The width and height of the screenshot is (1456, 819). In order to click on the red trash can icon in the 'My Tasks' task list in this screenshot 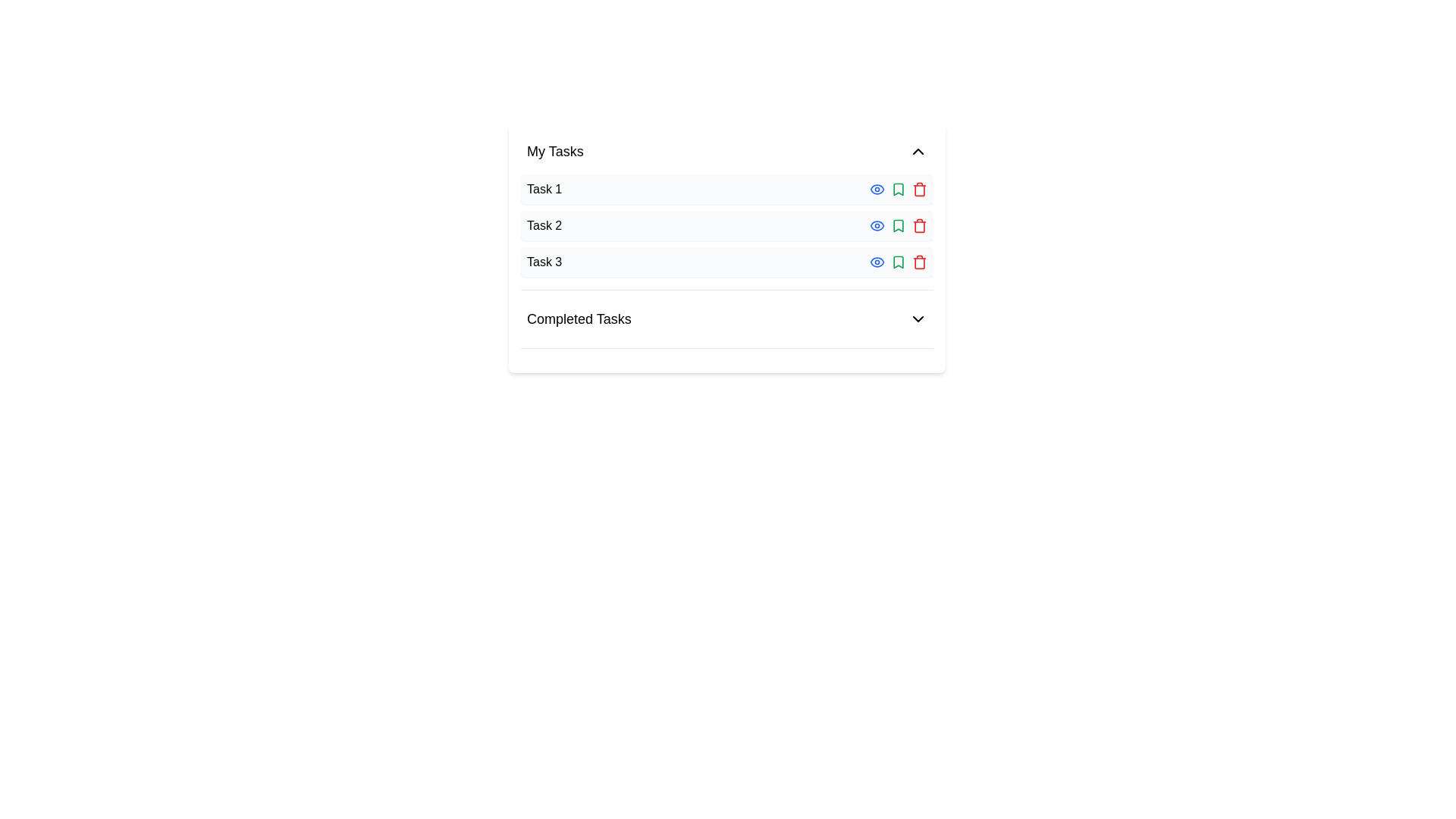, I will do `click(919, 262)`.